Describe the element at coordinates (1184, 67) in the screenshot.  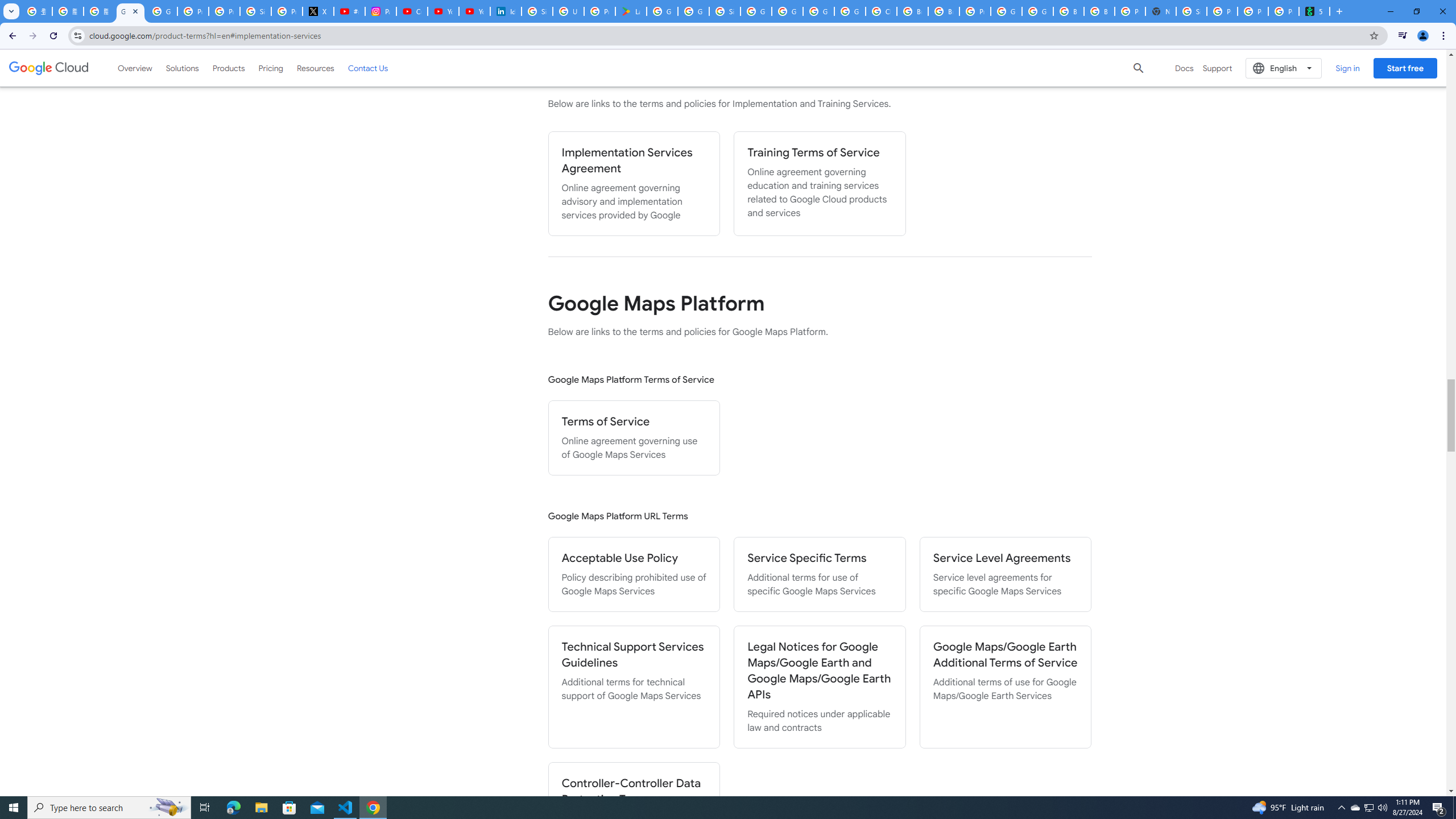
I see `'Docs'` at that location.